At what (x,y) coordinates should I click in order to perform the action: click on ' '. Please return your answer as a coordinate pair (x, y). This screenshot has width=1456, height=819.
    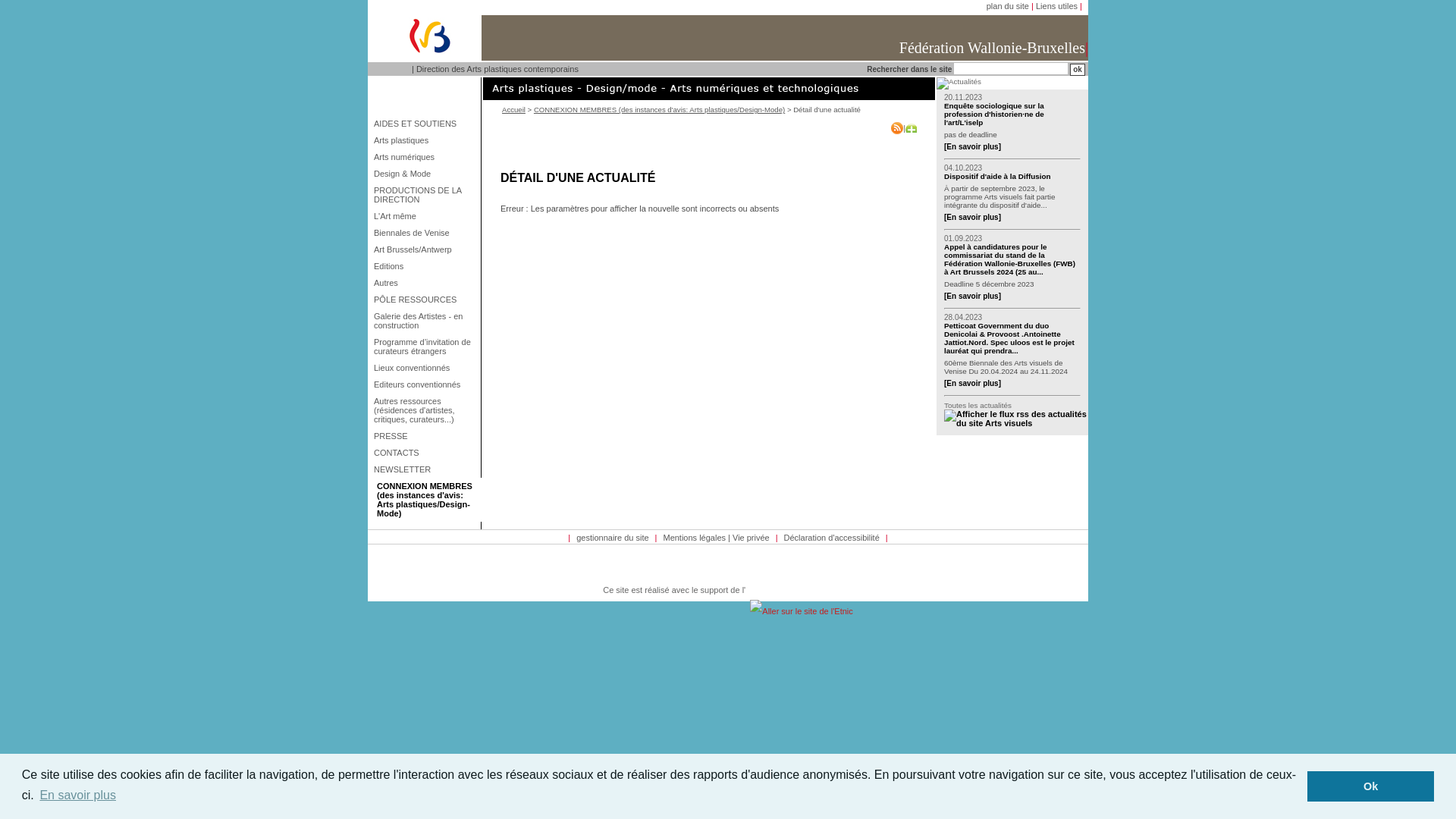
    Looking at the image, I should click on (1015, 414).